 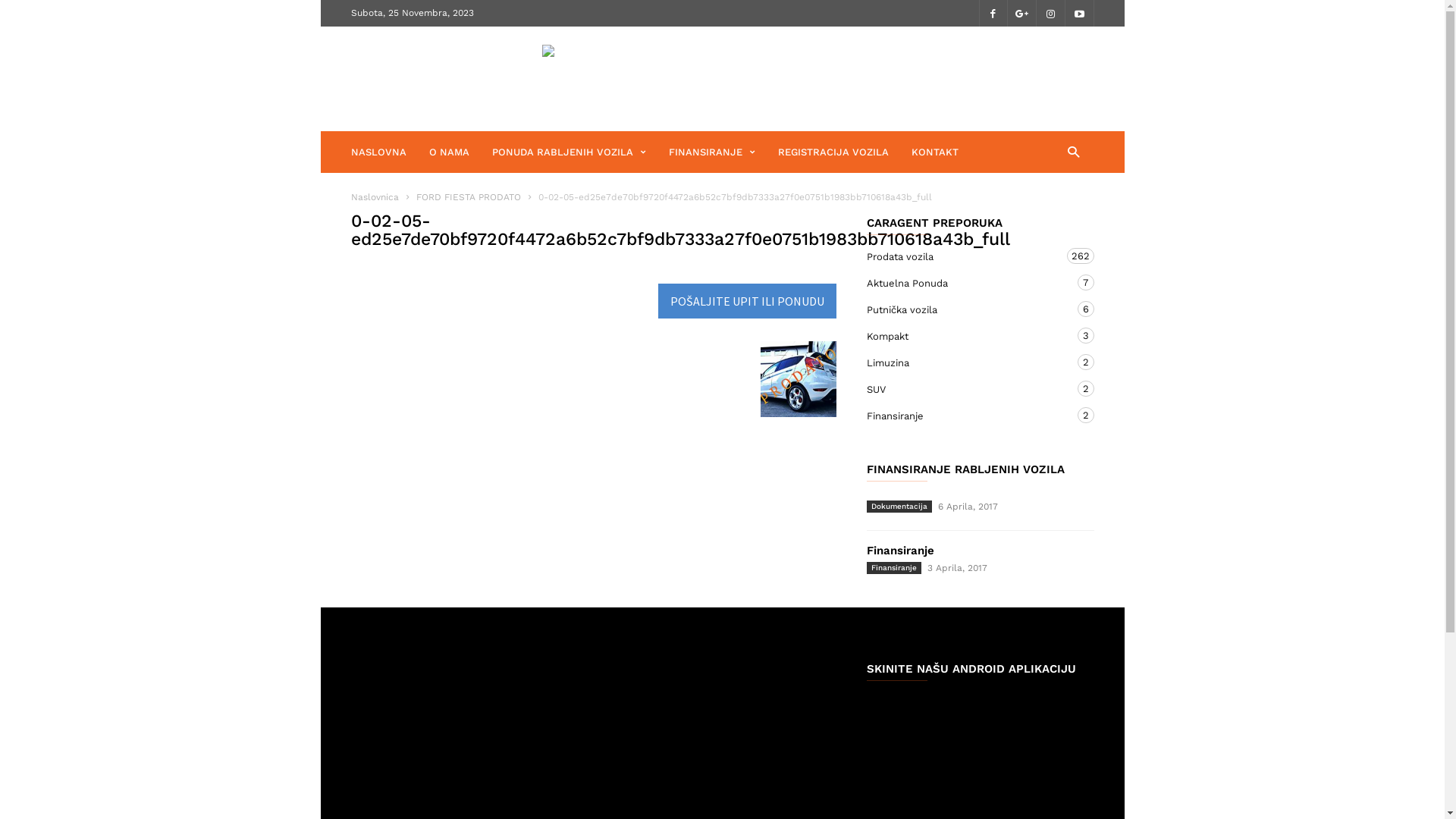 What do you see at coordinates (1021, 13) in the screenshot?
I see `'Google+'` at bounding box center [1021, 13].